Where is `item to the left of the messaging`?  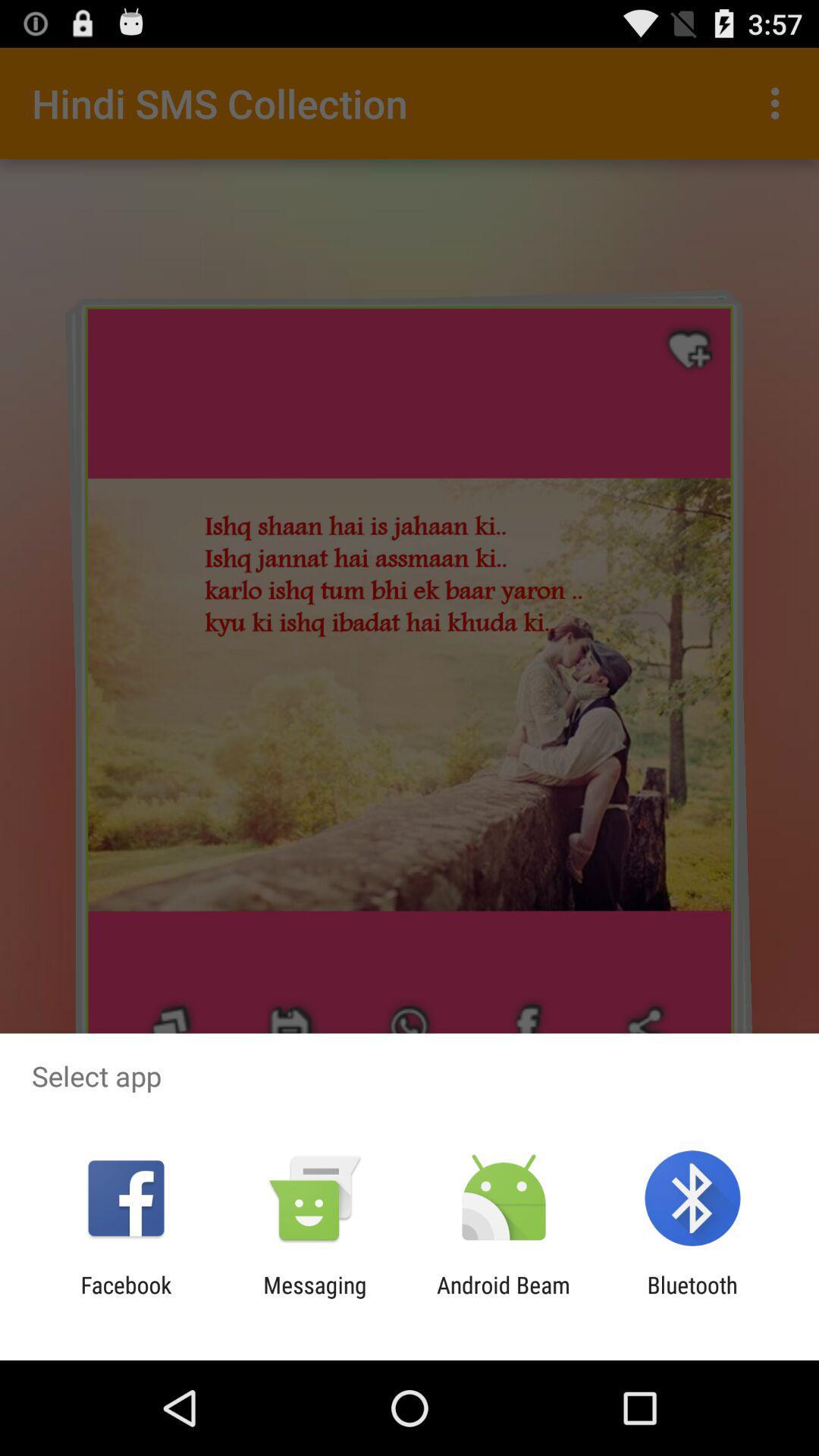 item to the left of the messaging is located at coordinates (125, 1298).